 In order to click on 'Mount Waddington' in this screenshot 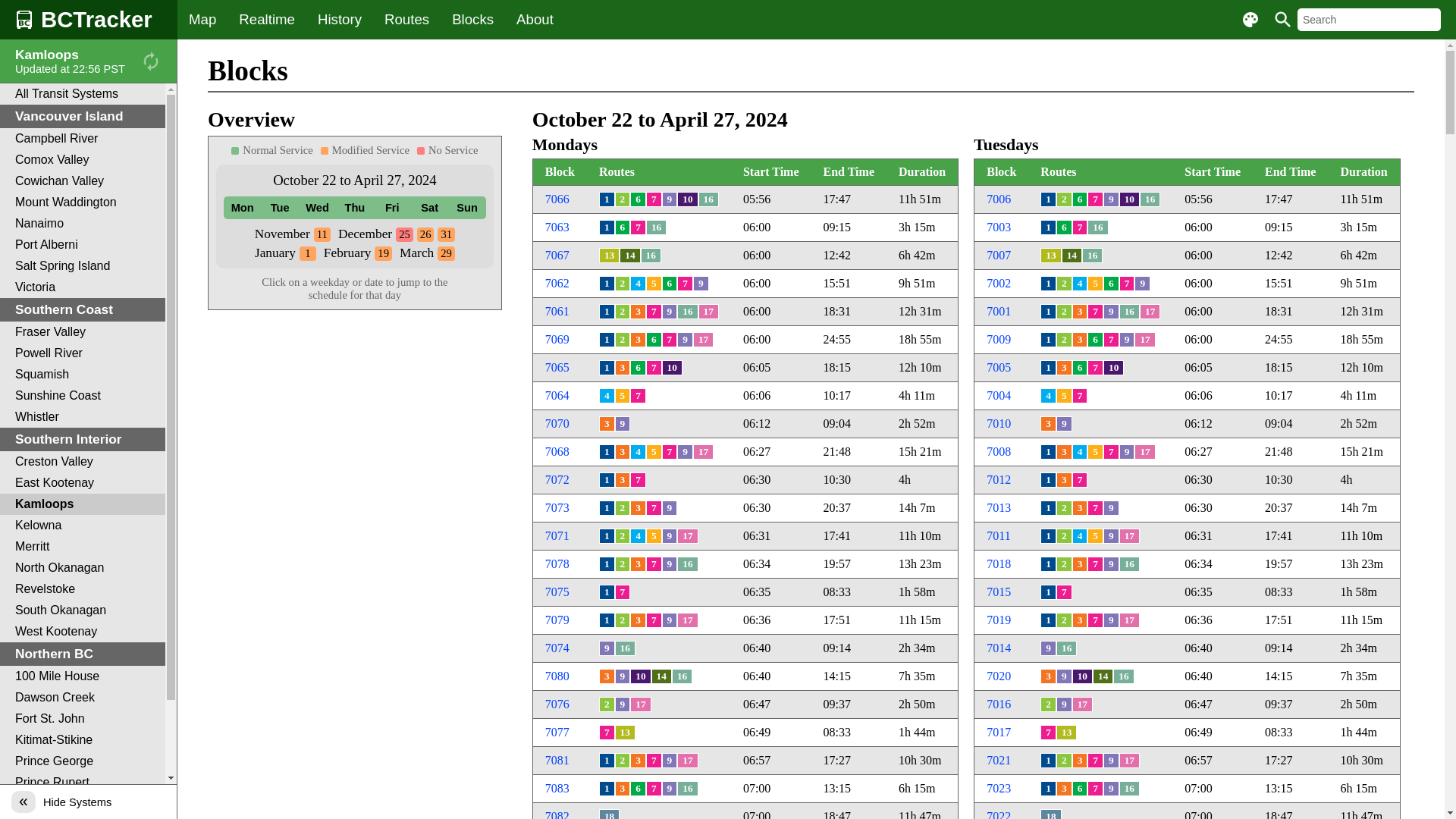, I will do `click(0, 201)`.